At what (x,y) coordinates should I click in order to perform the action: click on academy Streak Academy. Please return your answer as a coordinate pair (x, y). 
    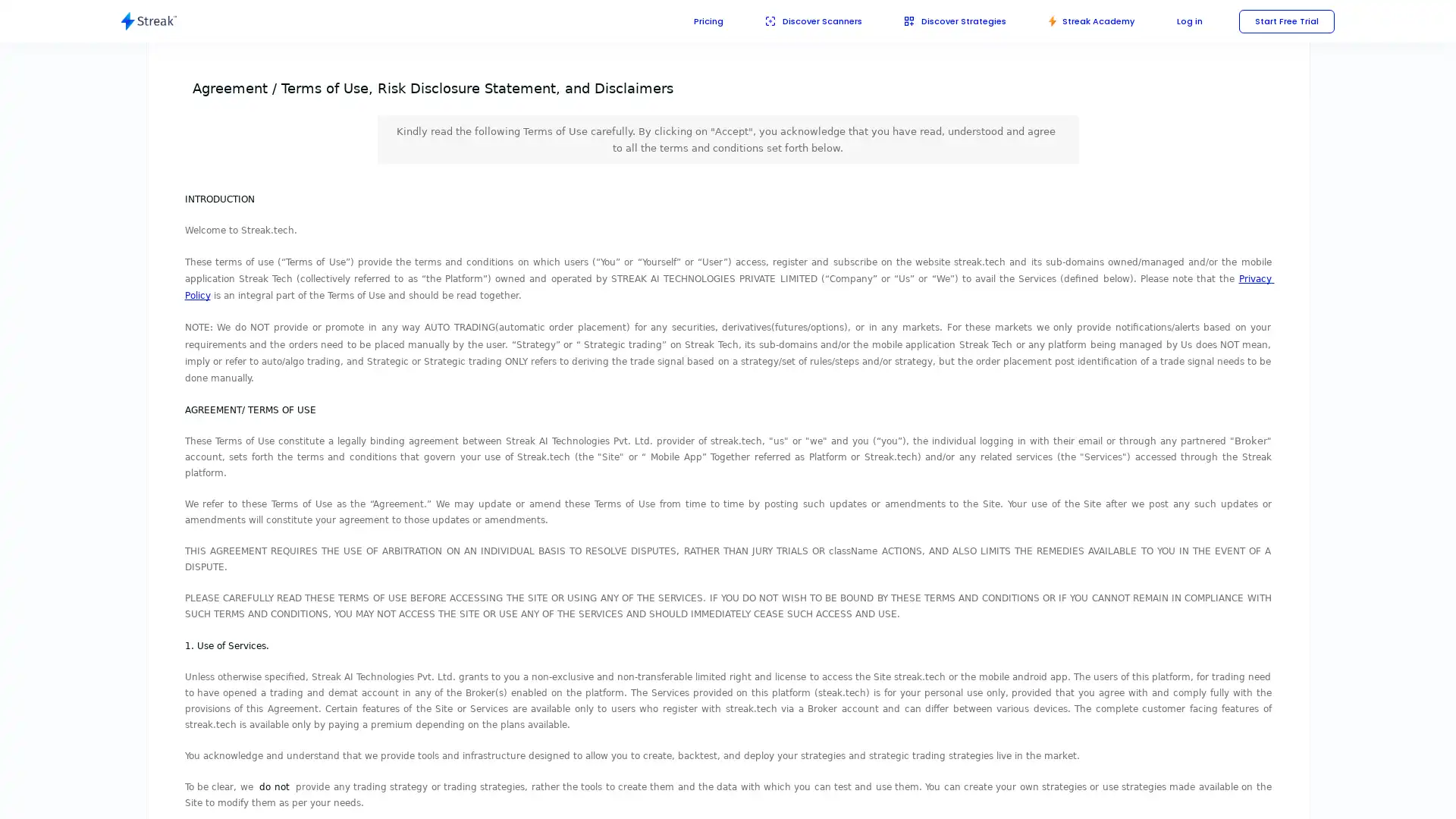
    Looking at the image, I should click on (1084, 20).